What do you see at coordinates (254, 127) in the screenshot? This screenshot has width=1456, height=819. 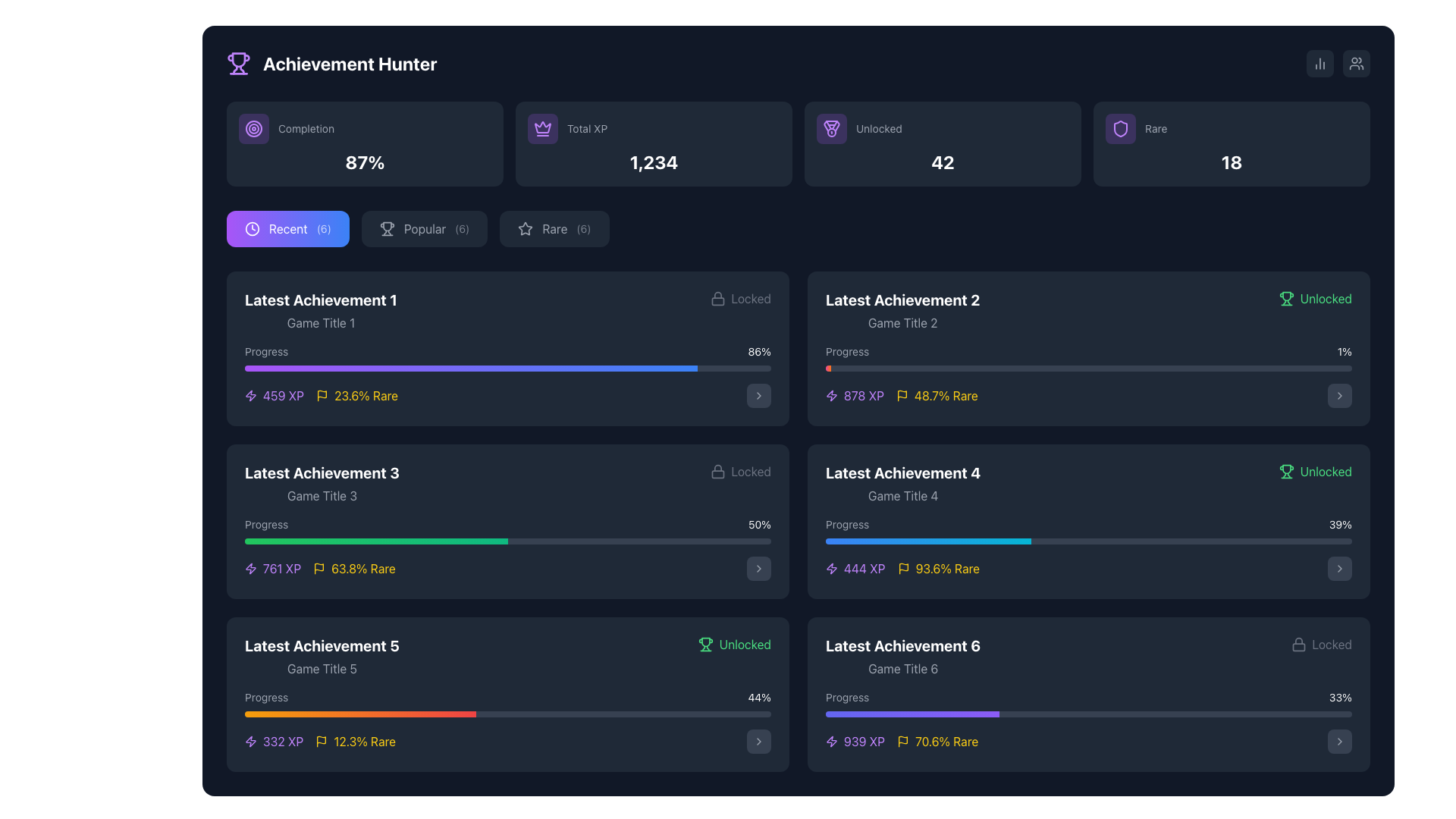 I see `the decorative icon representing the 'Completion' metric located in the top-left corner of the interface, within the 'Completion' group` at bounding box center [254, 127].